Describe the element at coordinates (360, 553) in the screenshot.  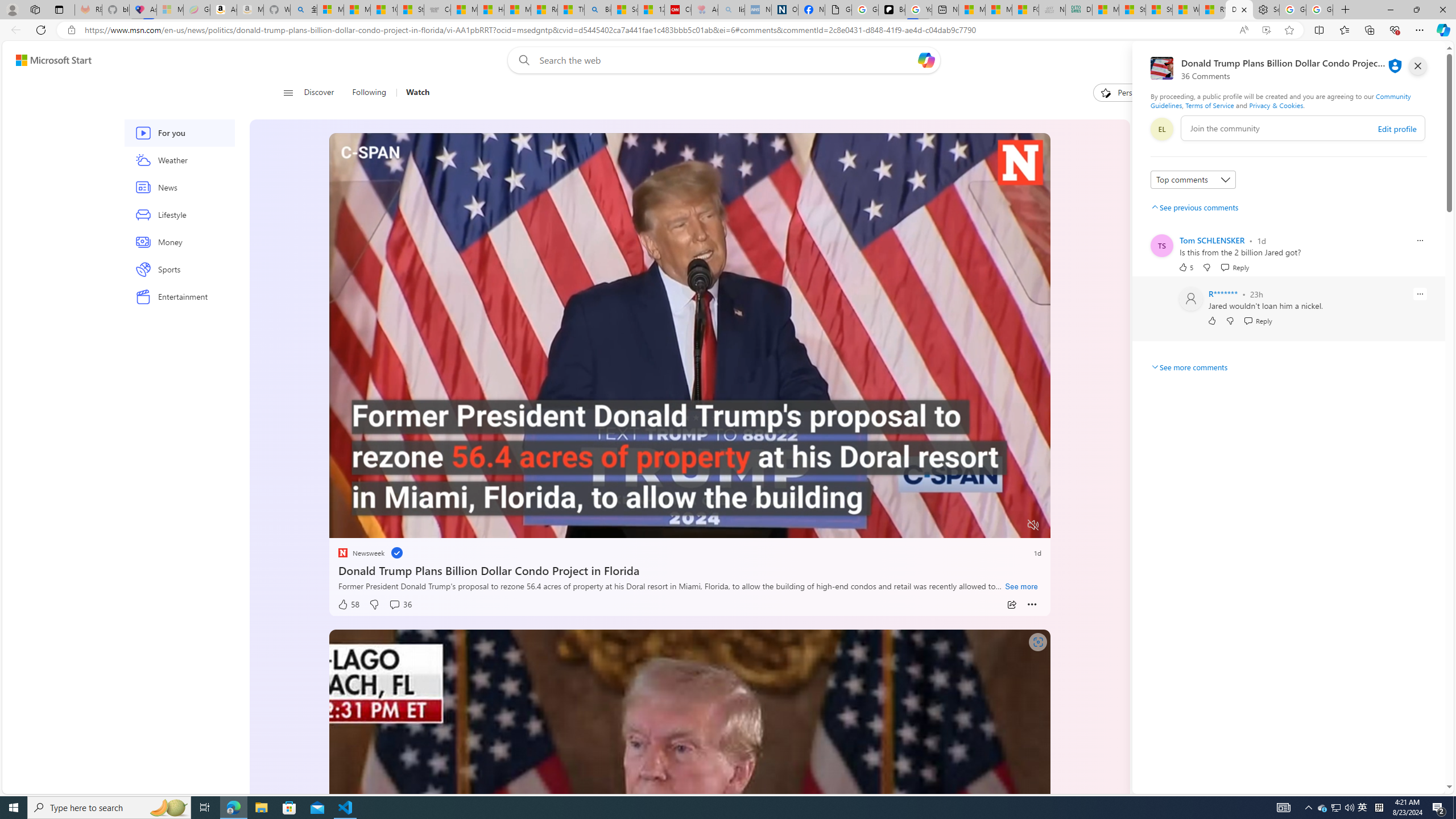
I see `'placeholder Newsweek'` at that location.